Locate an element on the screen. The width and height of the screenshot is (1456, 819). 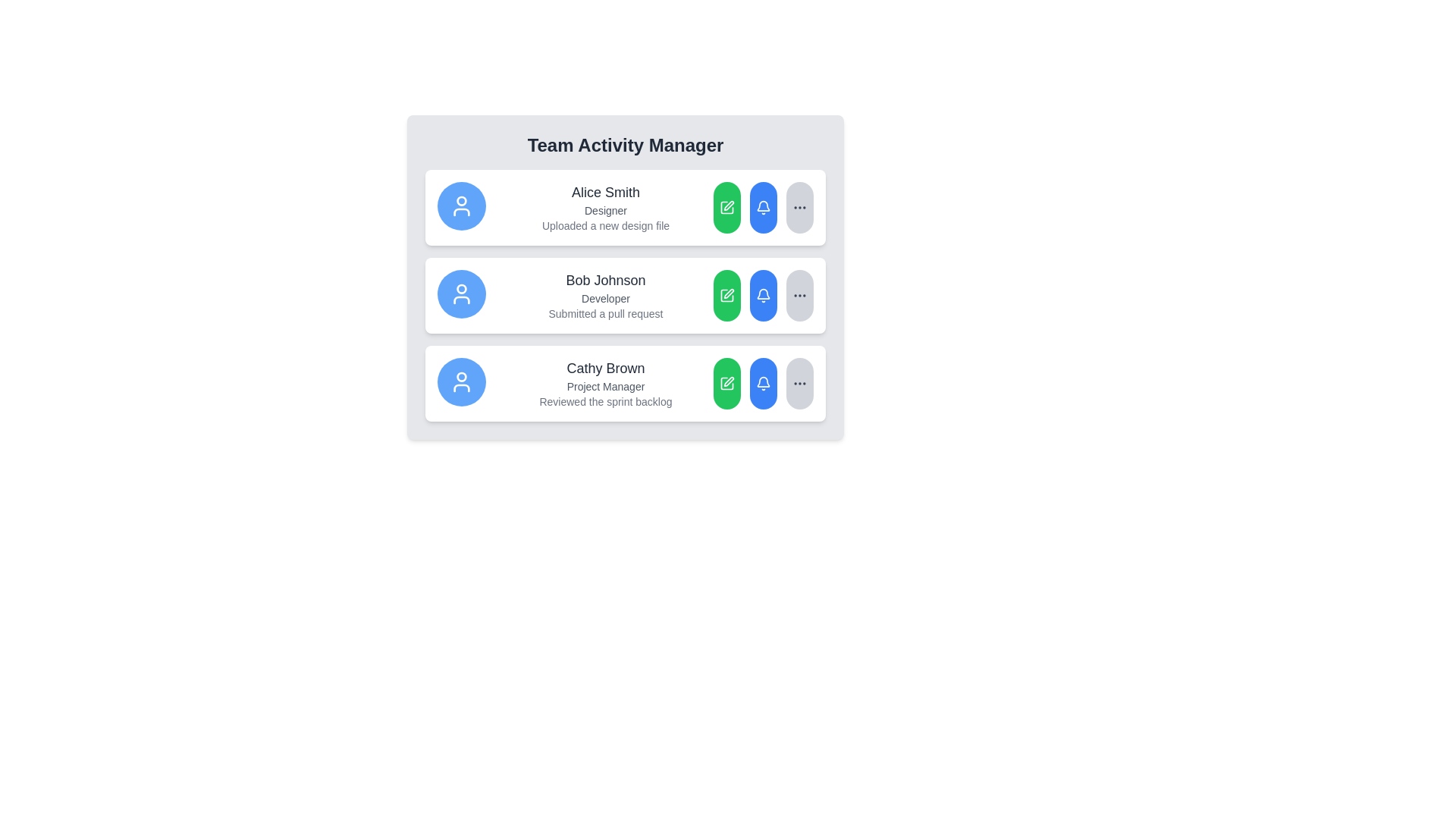
the first circular button with a green background and a white outline of a pen icon, associated with 'Bob Johnson' is located at coordinates (726, 295).